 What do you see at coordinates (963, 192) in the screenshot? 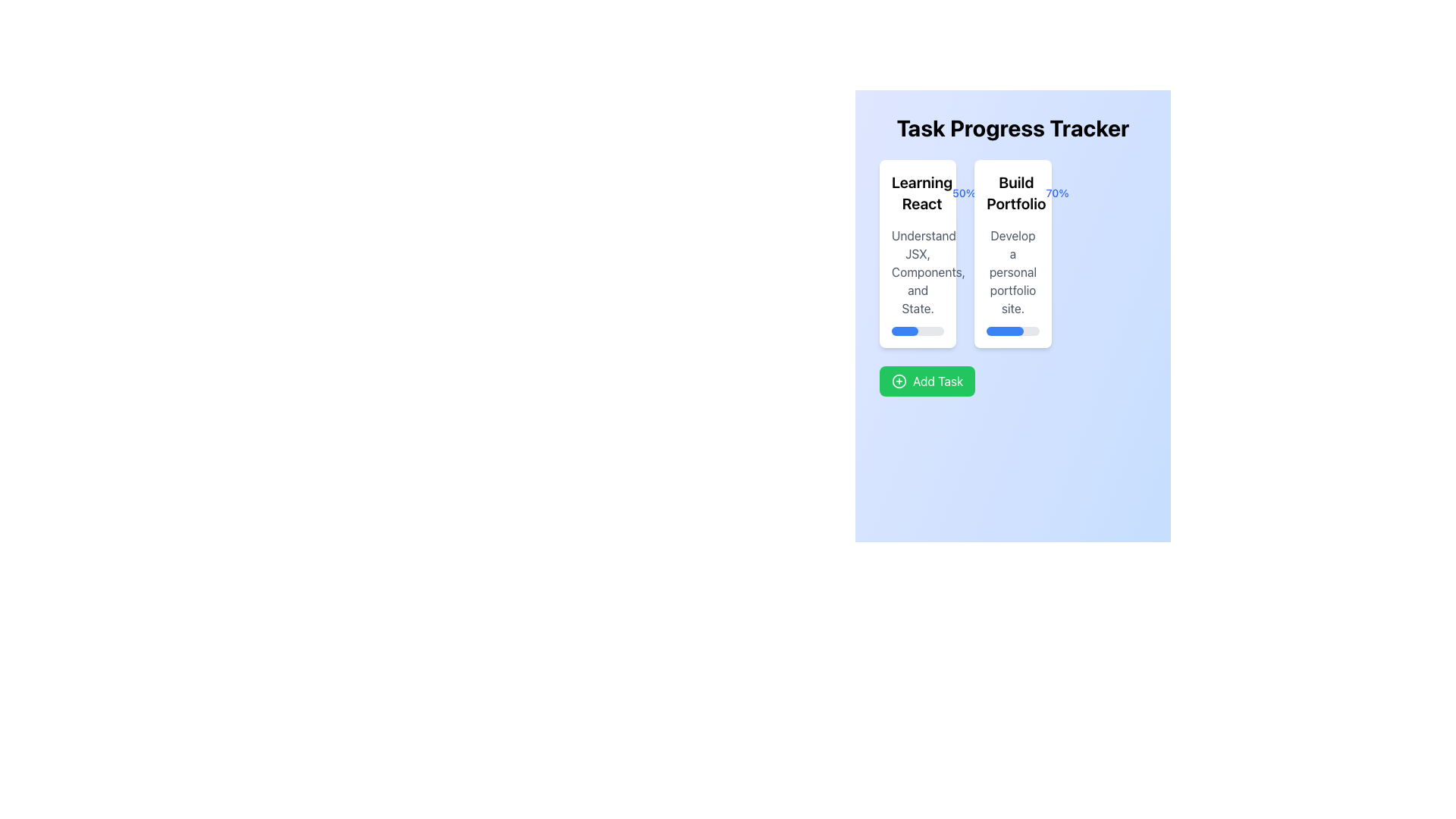
I see `the progress percentage text (50%) displayed for the task titled 'Learning React' in the upper-right corner of the progress card` at bounding box center [963, 192].